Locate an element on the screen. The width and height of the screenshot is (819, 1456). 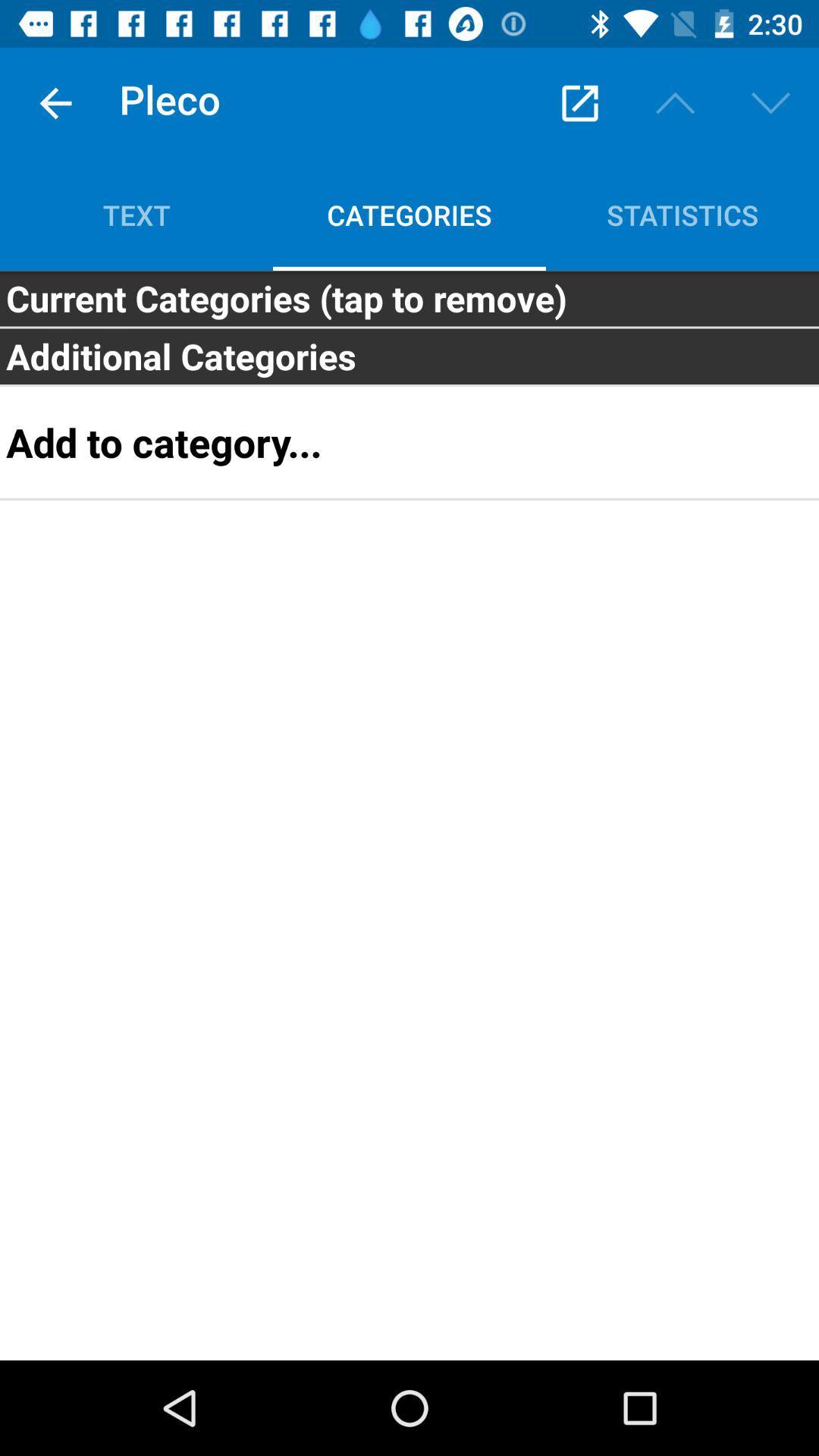
the item below text item is located at coordinates (409, 298).